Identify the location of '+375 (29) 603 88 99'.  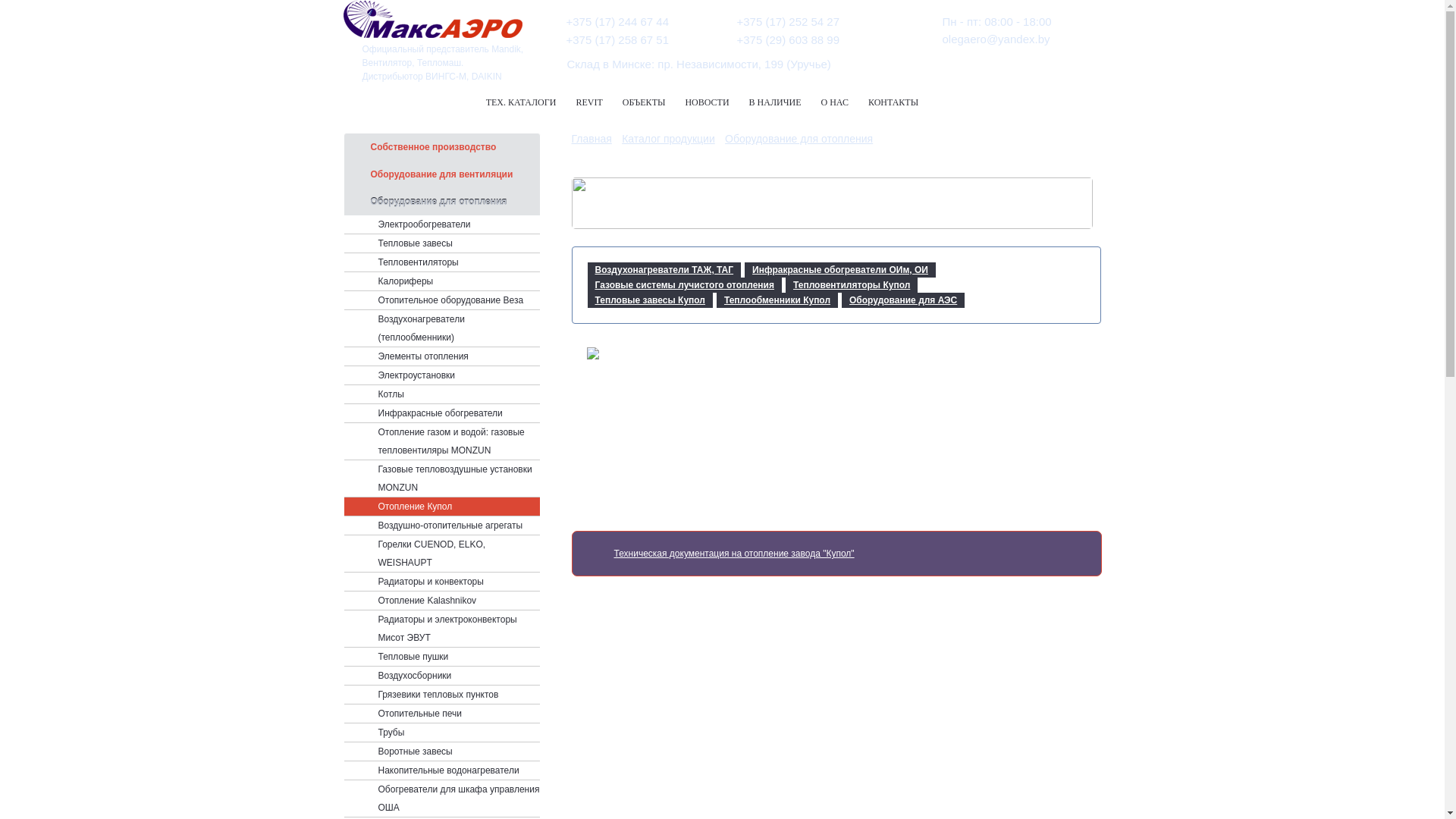
(736, 39).